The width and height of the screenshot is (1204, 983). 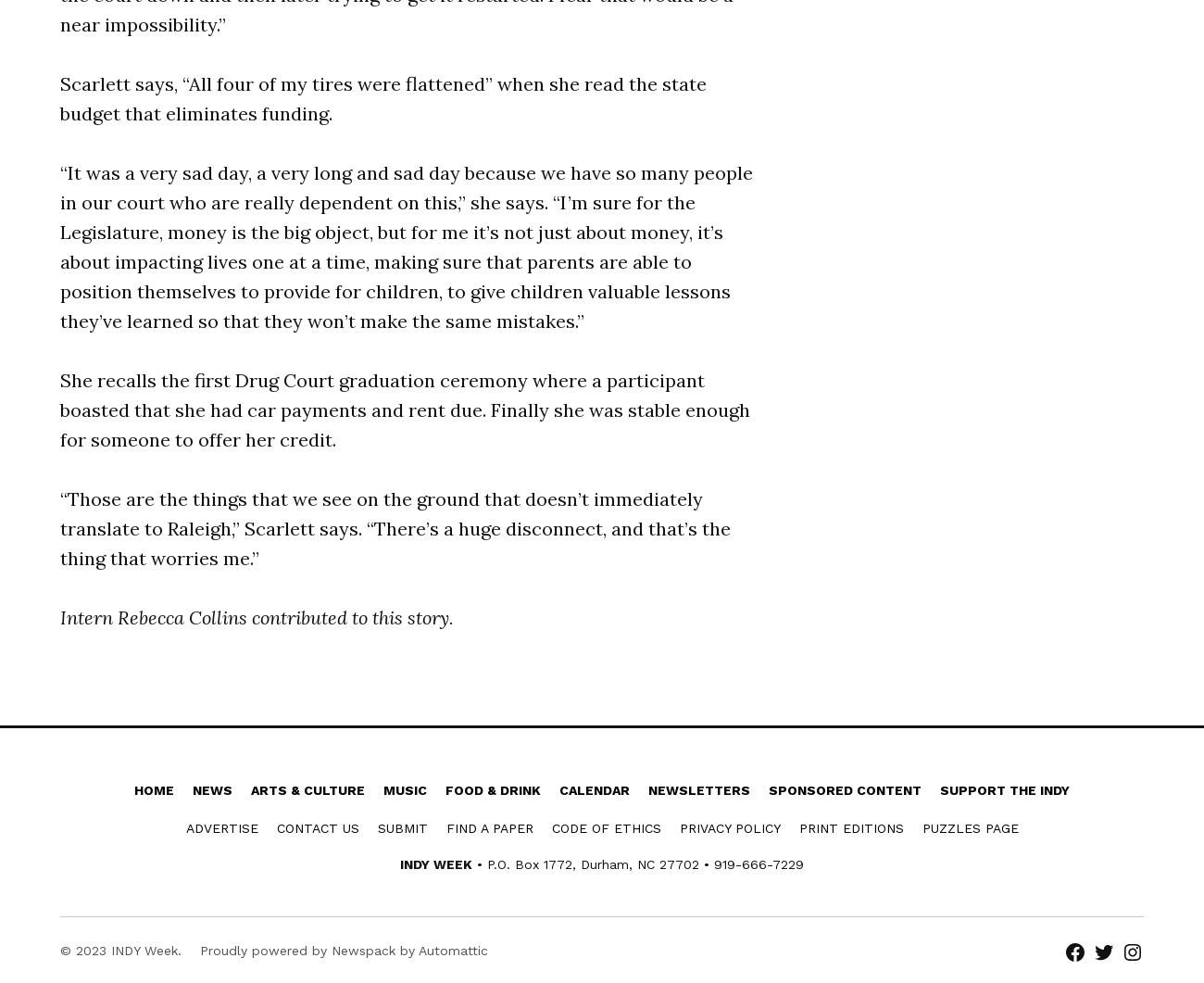 What do you see at coordinates (343, 949) in the screenshot?
I see `'Proudly powered by Newspack by Automattic'` at bounding box center [343, 949].